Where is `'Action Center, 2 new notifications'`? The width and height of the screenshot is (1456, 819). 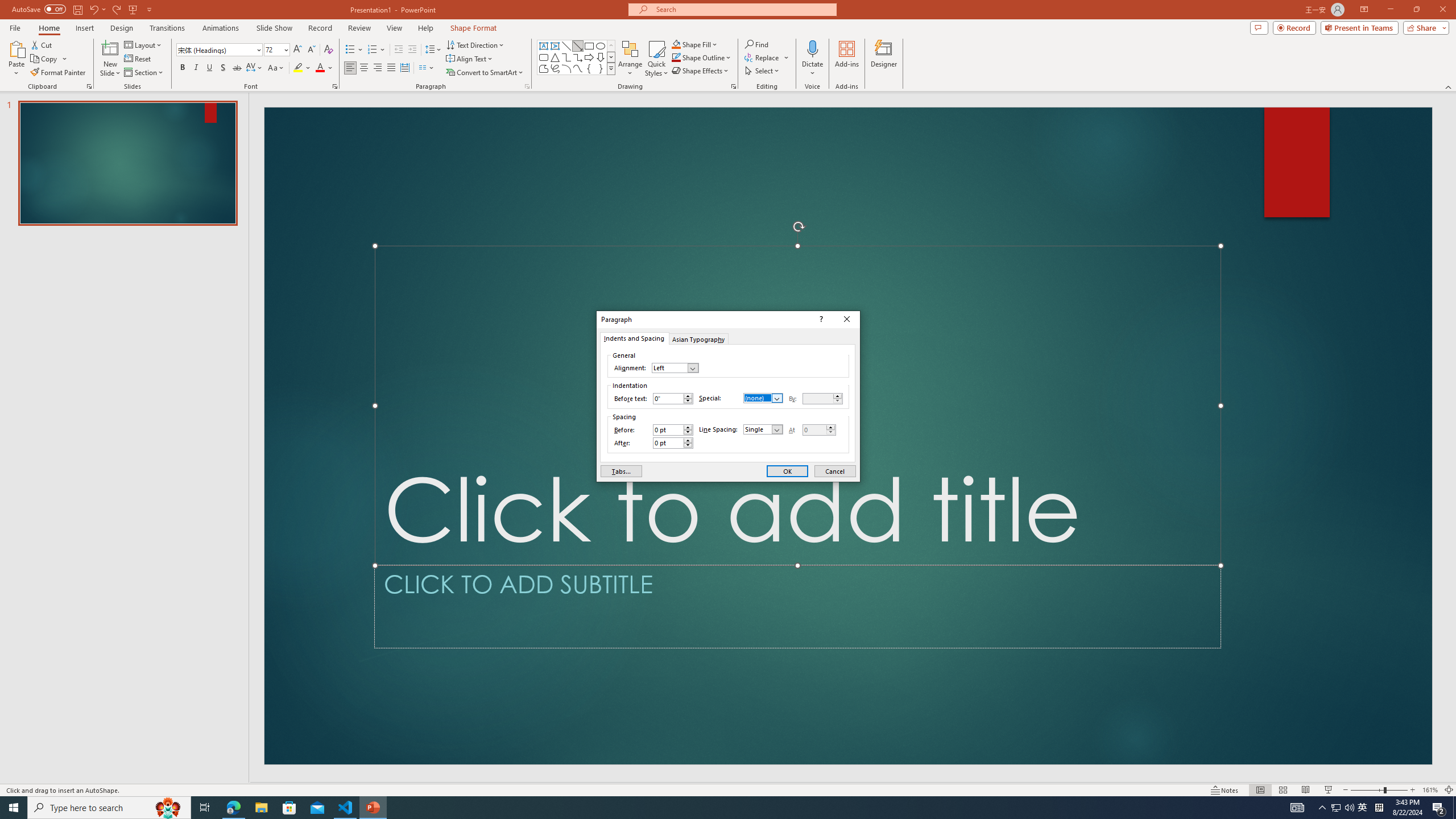 'Action Center, 2 new notifications' is located at coordinates (1439, 806).